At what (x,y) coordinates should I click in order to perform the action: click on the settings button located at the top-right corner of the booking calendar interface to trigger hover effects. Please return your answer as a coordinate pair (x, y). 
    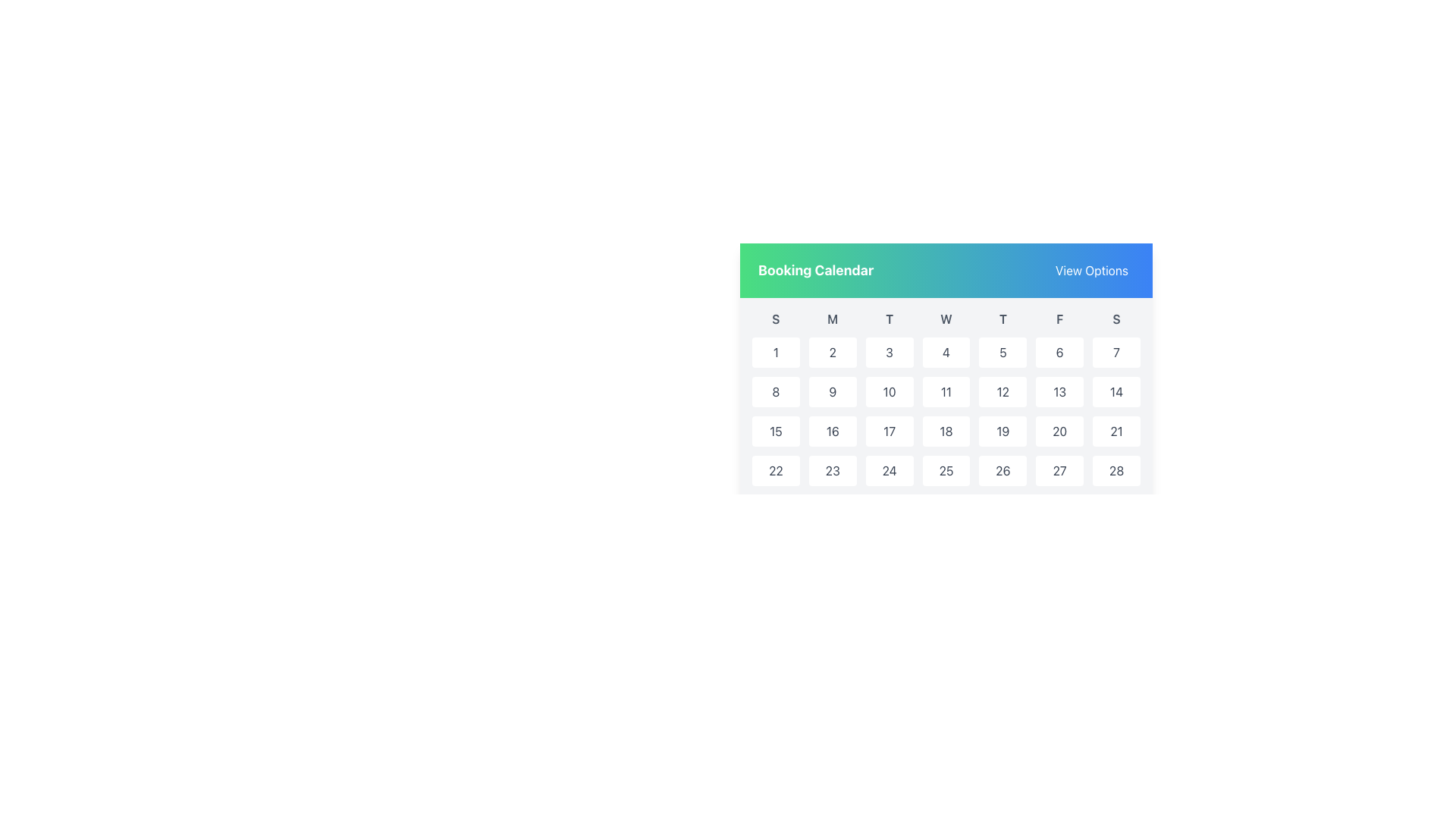
    Looking at the image, I should click on (1092, 270).